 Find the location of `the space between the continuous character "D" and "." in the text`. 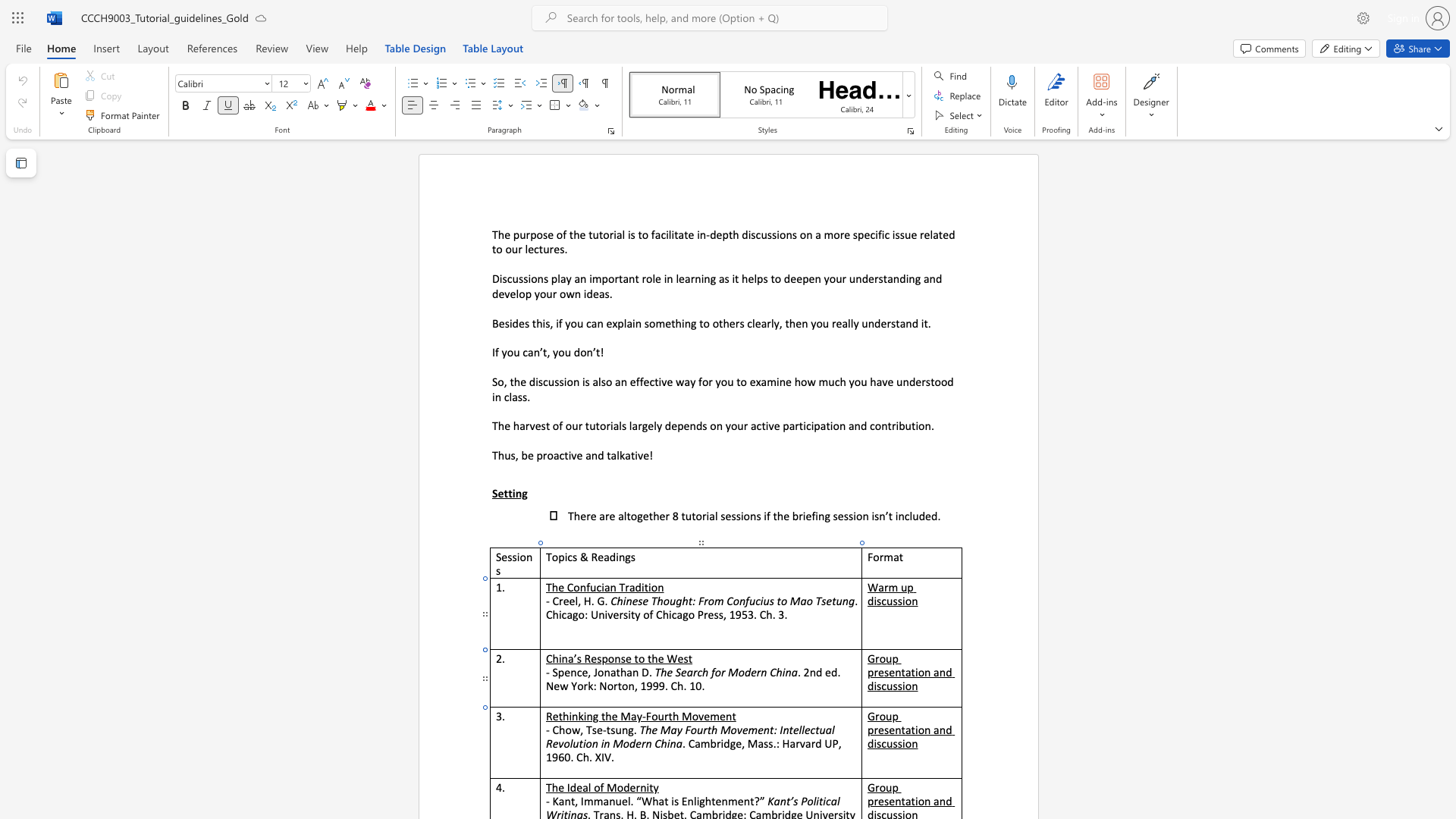

the space between the continuous character "D" and "." in the text is located at coordinates (648, 671).